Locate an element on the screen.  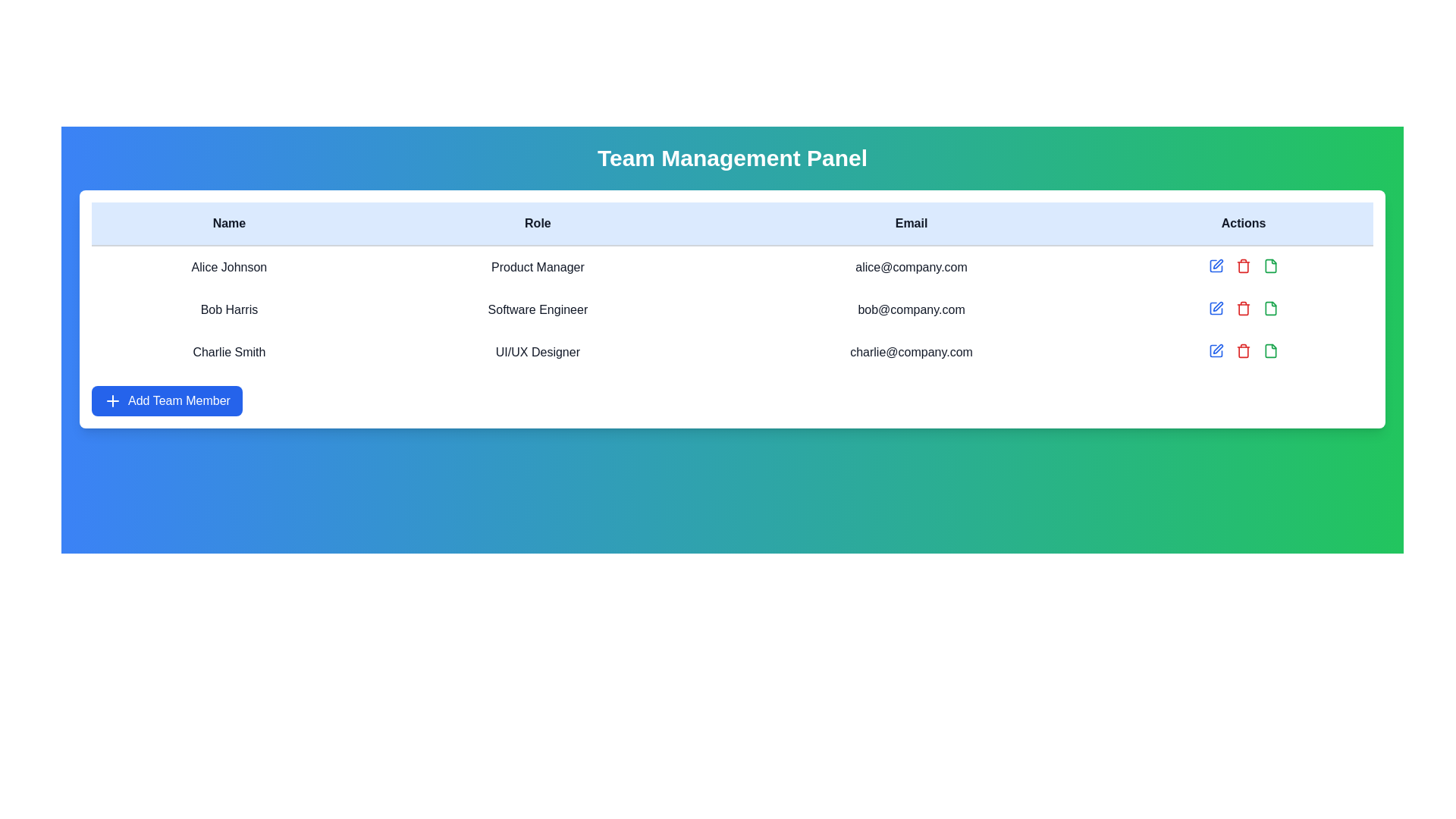
the static text displaying the job role of the employee 'Bob Harris' within the team management panel is located at coordinates (538, 309).